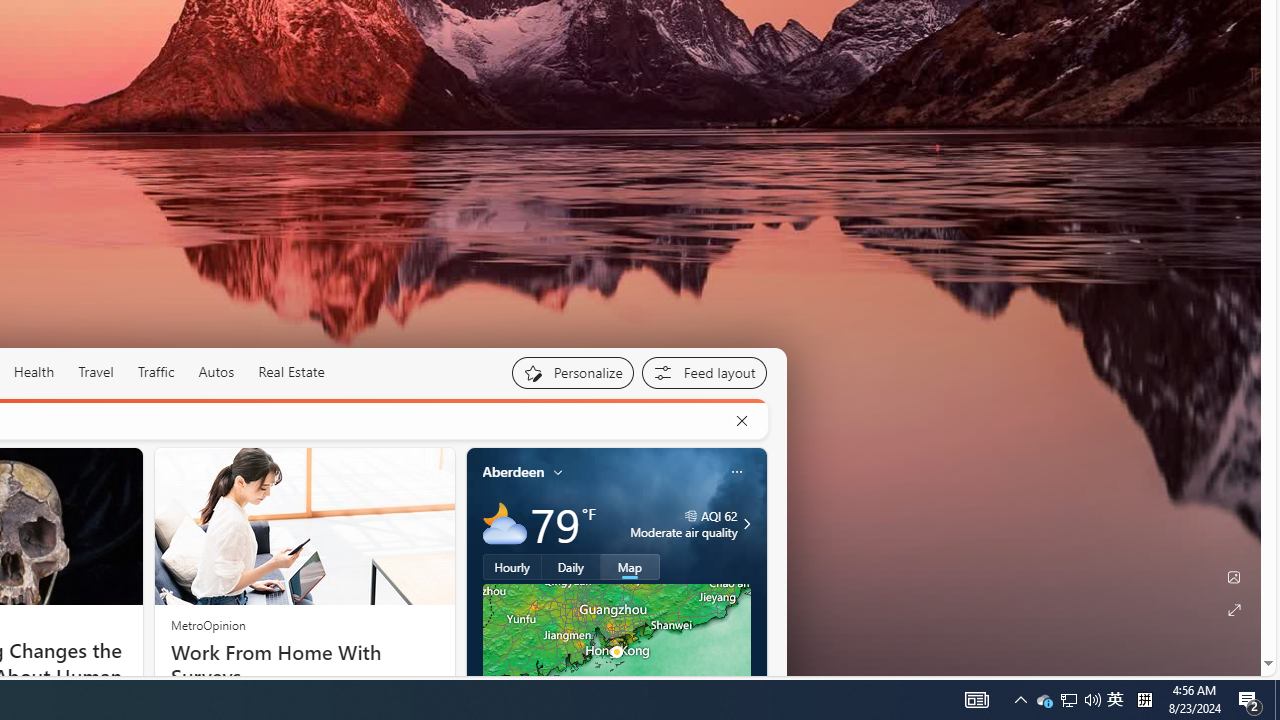  I want to click on 'Autos', so click(216, 372).